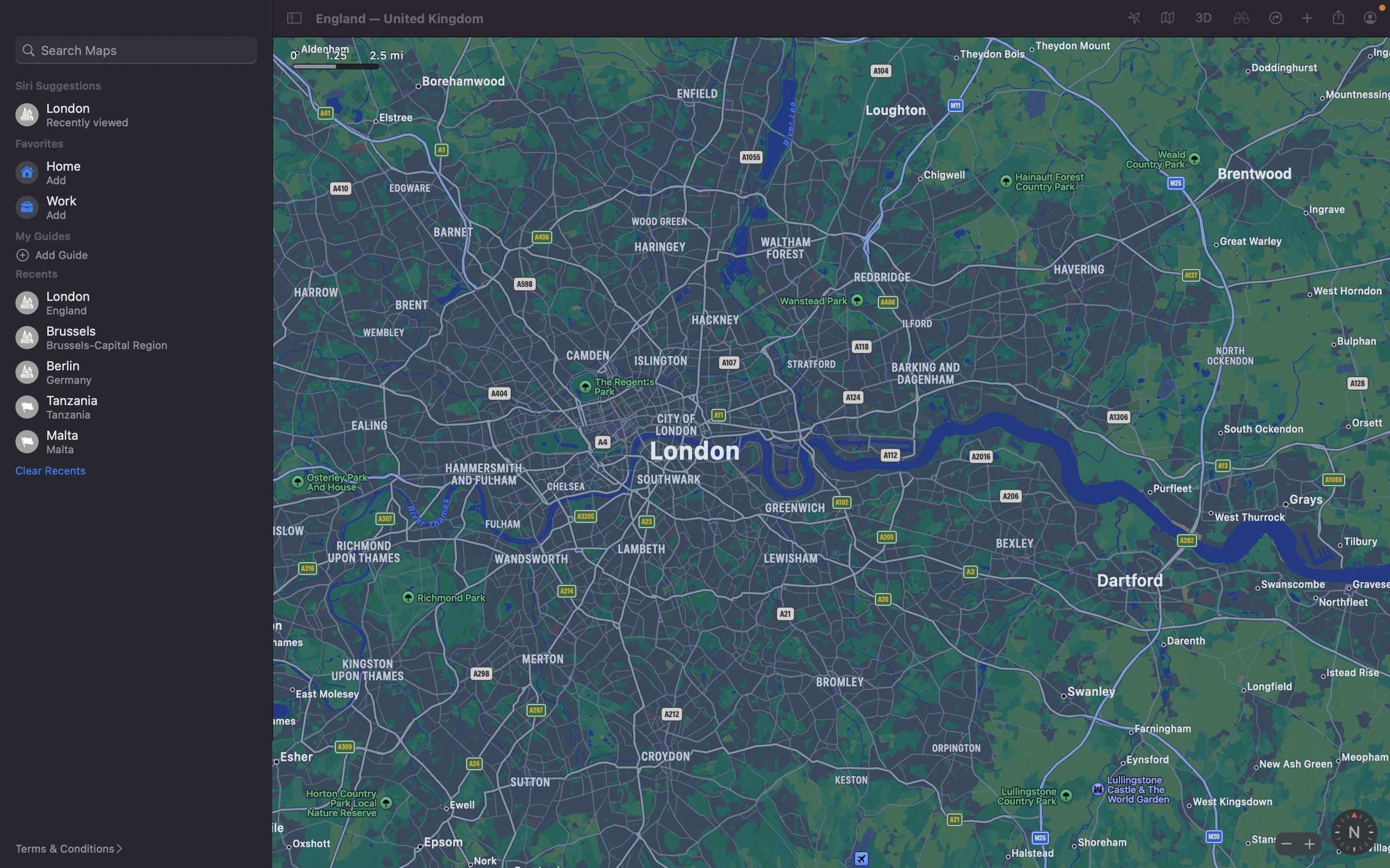  I want to click on Add a new guide for sightseeing, so click(140, 254).